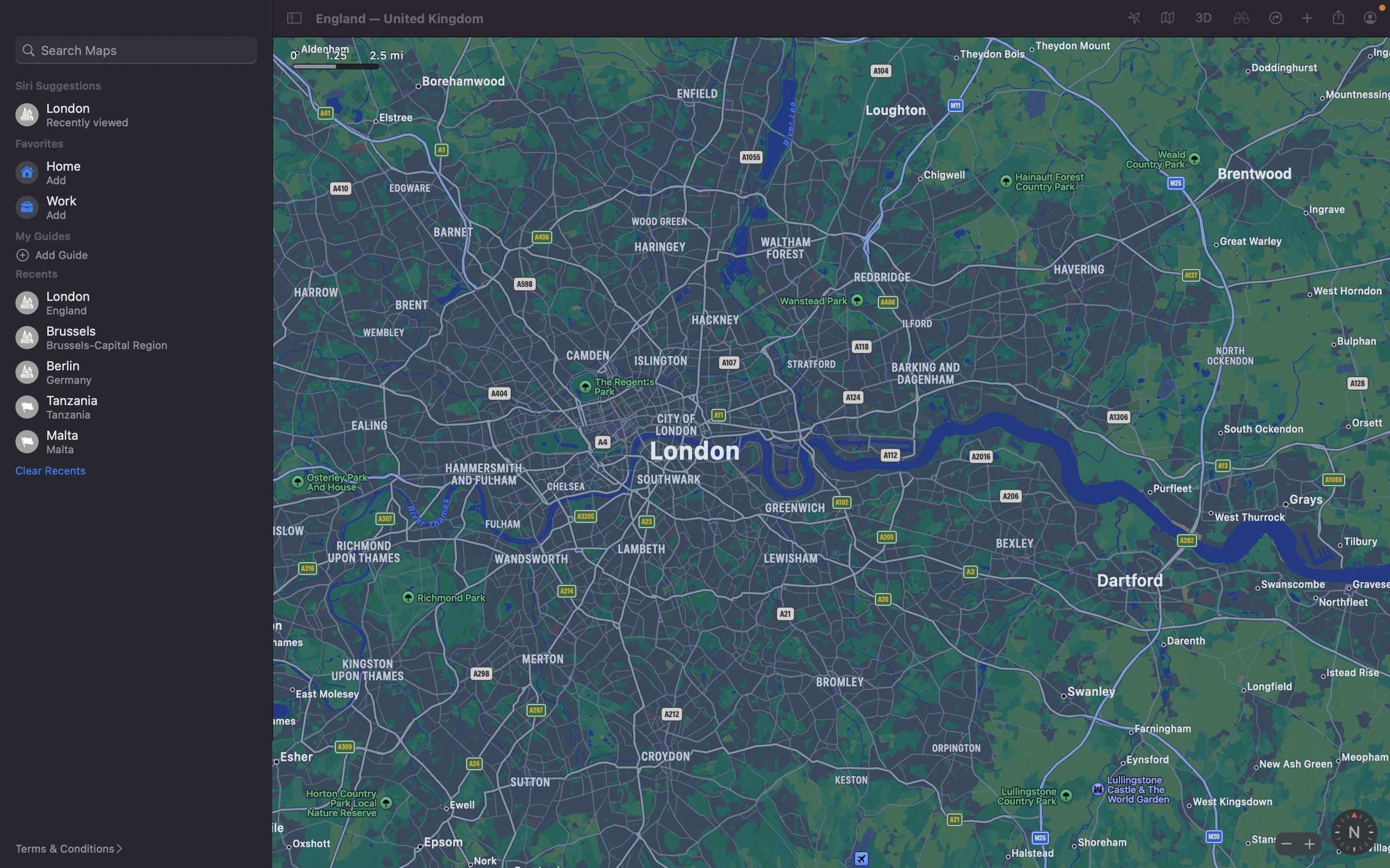  I want to click on Add a new guide for sightseeing, so click(140, 254).